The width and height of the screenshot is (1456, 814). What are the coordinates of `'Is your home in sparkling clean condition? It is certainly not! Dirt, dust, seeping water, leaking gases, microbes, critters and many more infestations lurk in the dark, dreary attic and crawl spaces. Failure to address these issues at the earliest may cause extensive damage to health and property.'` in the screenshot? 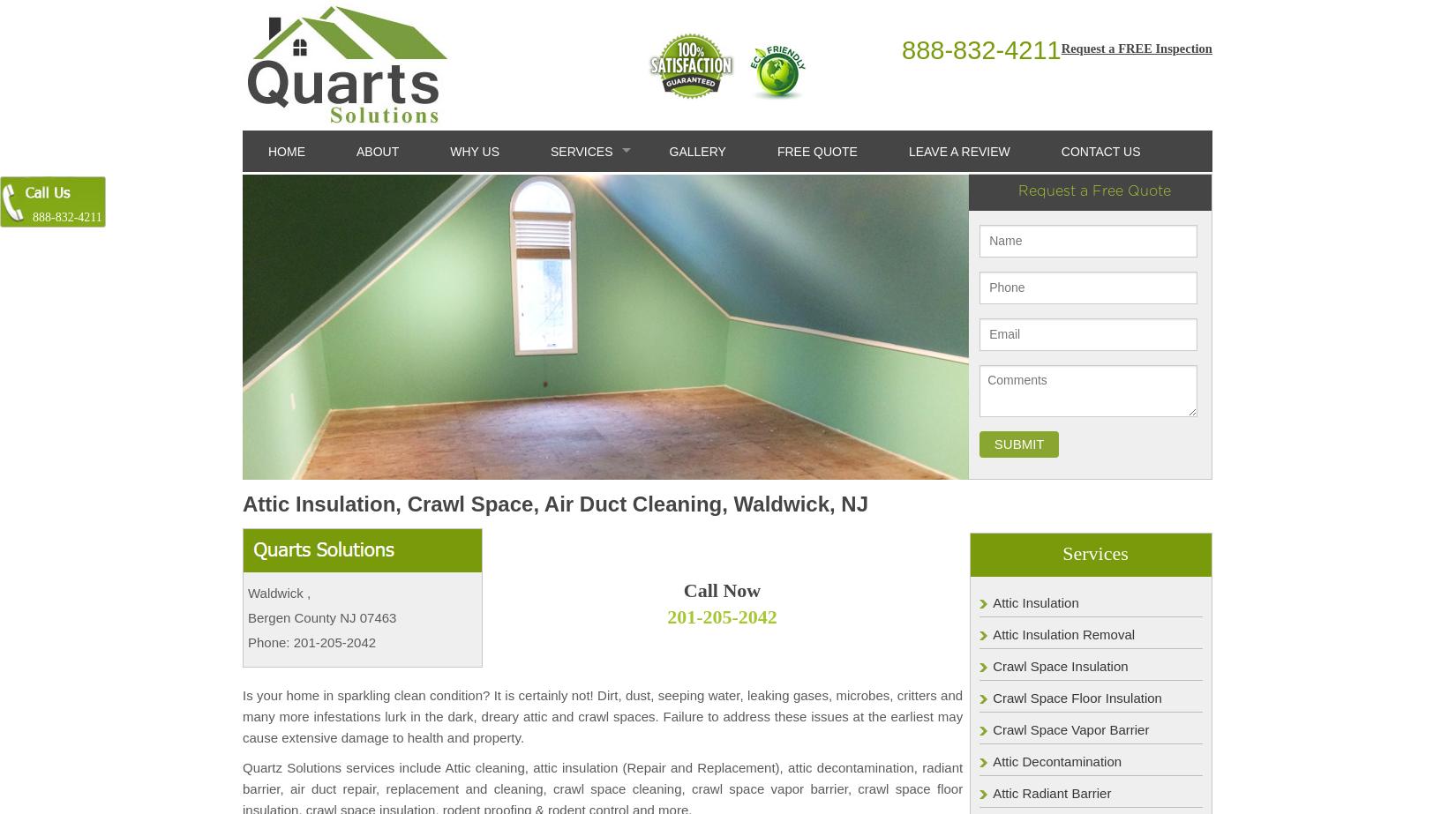 It's located at (243, 714).